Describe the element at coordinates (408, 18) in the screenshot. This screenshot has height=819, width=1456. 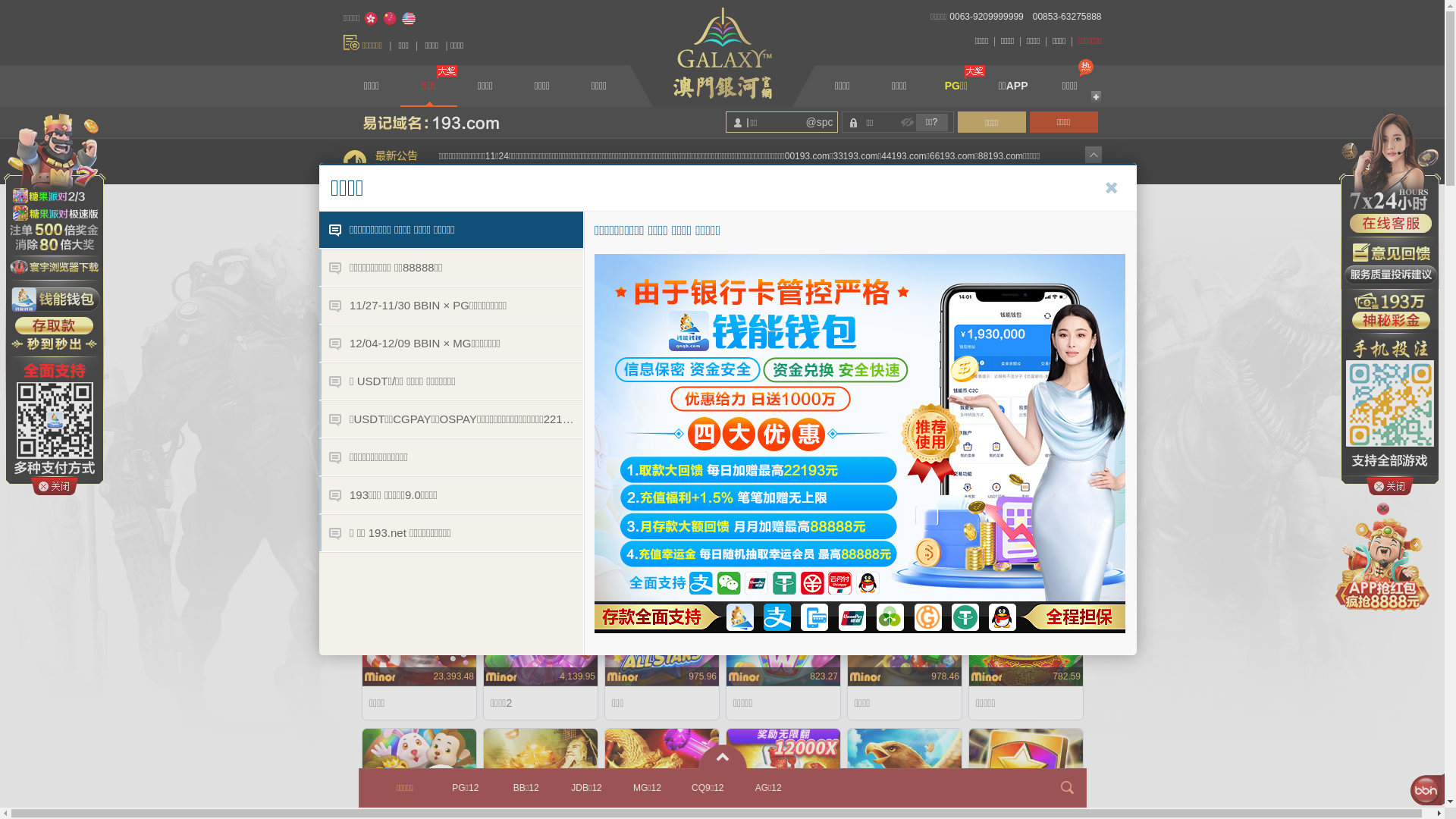
I see `'English'` at that location.